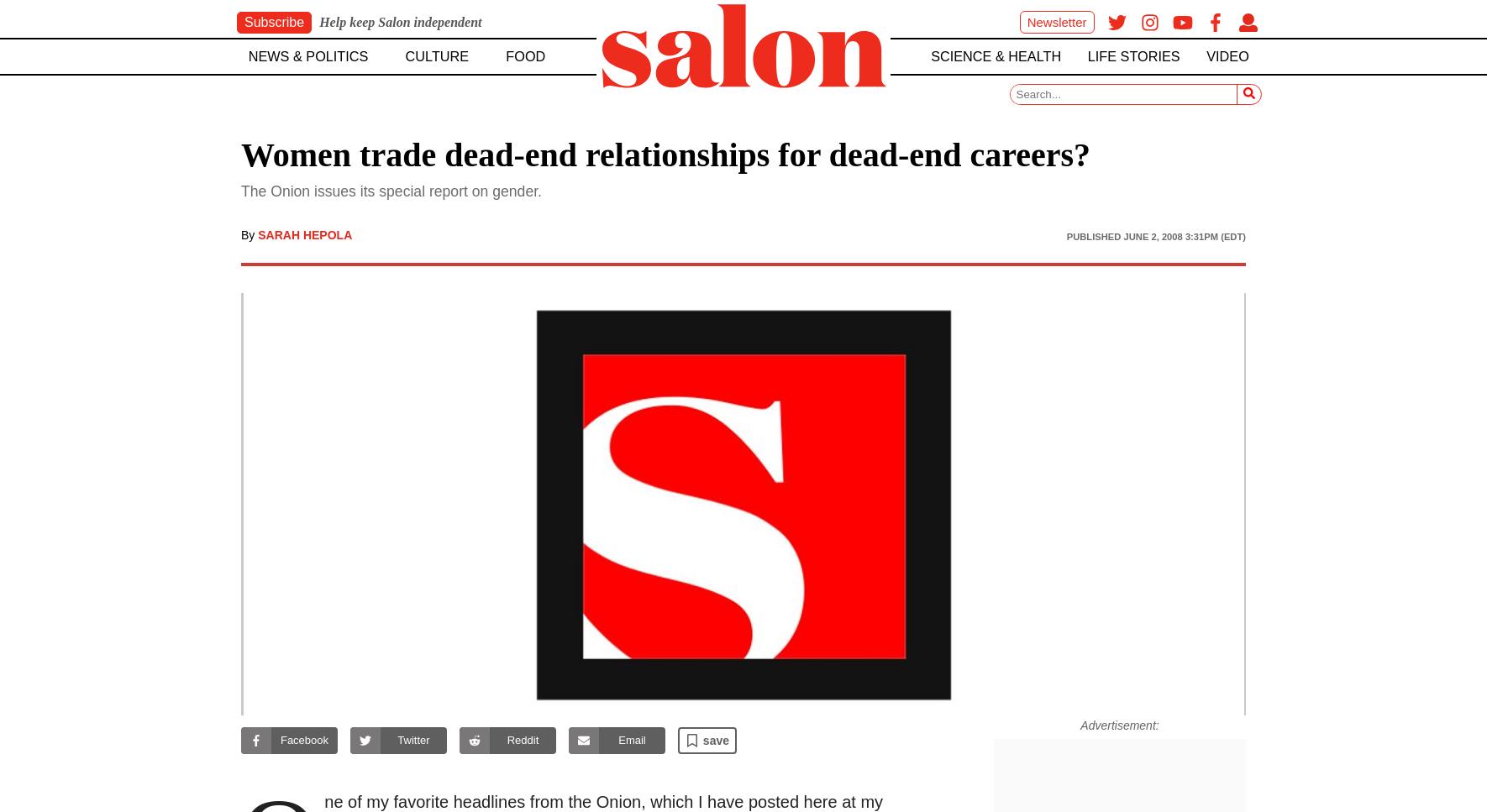  Describe the element at coordinates (1132, 55) in the screenshot. I see `'Life Stories'` at that location.